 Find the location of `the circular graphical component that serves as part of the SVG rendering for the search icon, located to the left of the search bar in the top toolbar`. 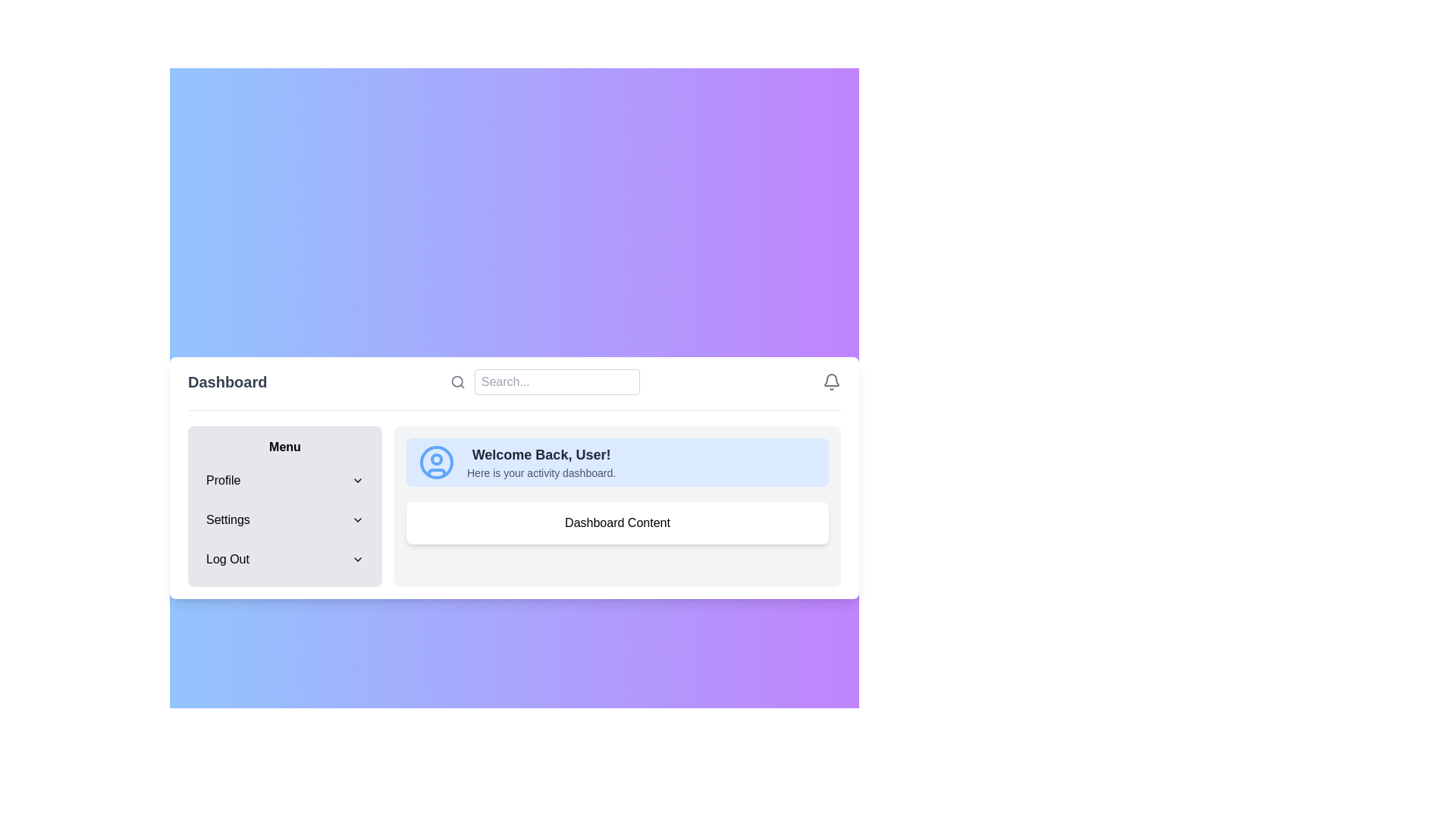

the circular graphical component that serves as part of the SVG rendering for the search icon, located to the left of the search bar in the top toolbar is located at coordinates (456, 380).